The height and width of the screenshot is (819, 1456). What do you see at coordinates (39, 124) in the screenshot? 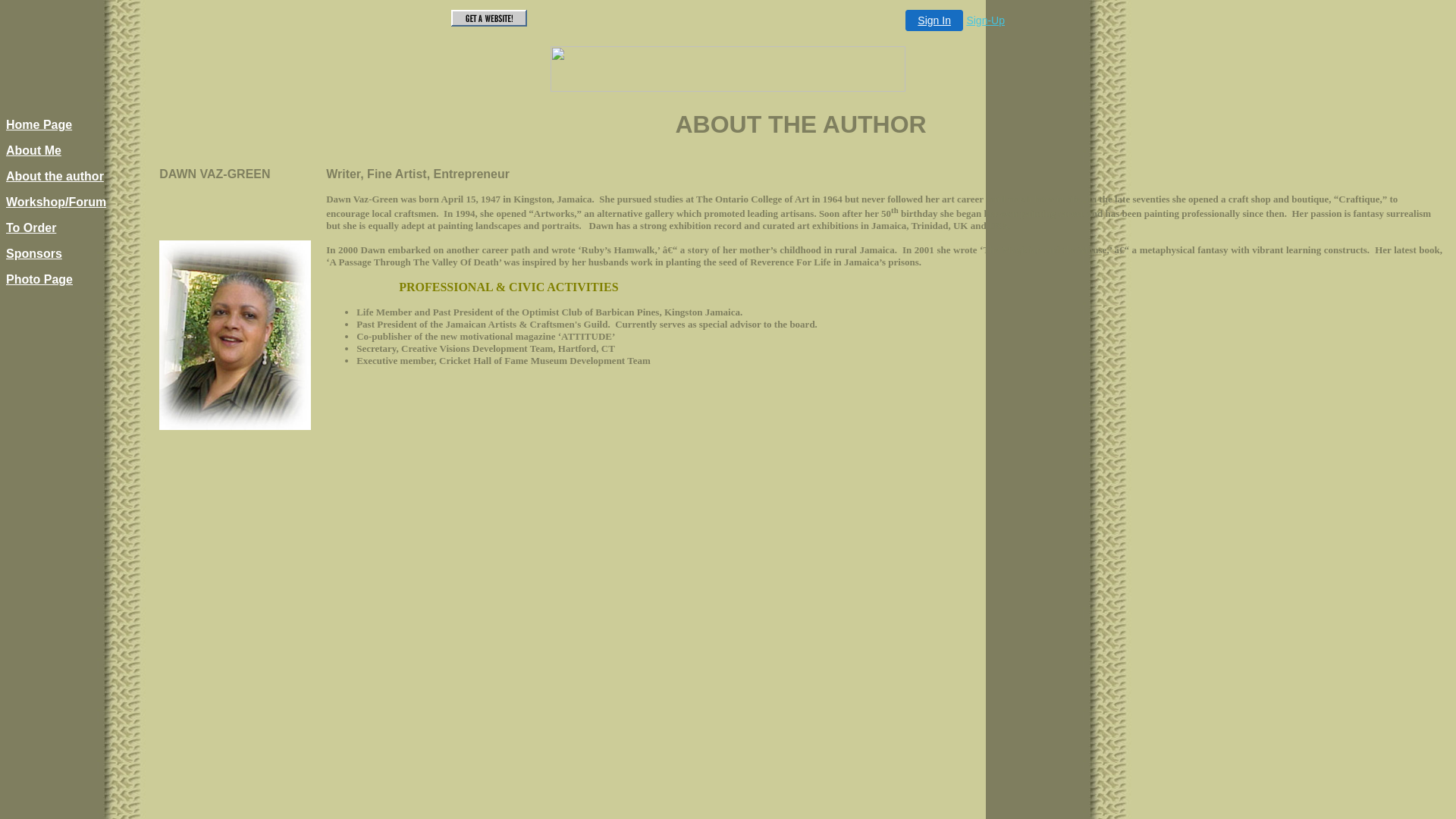
I see `'Home Page'` at bounding box center [39, 124].